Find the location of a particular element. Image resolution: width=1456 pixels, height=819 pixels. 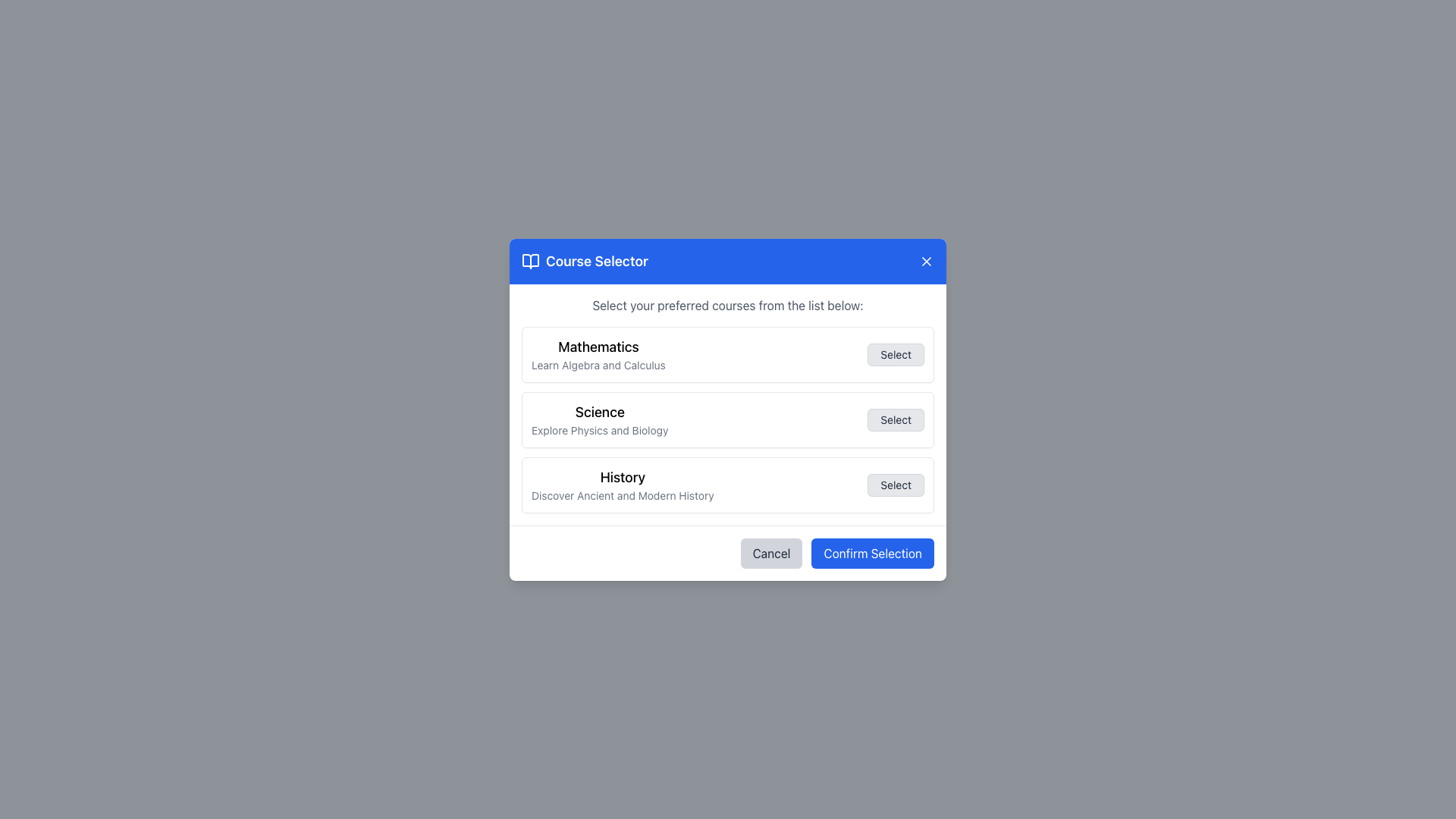

the book icon element located in the application header next to the 'Course Selector' text is located at coordinates (531, 260).